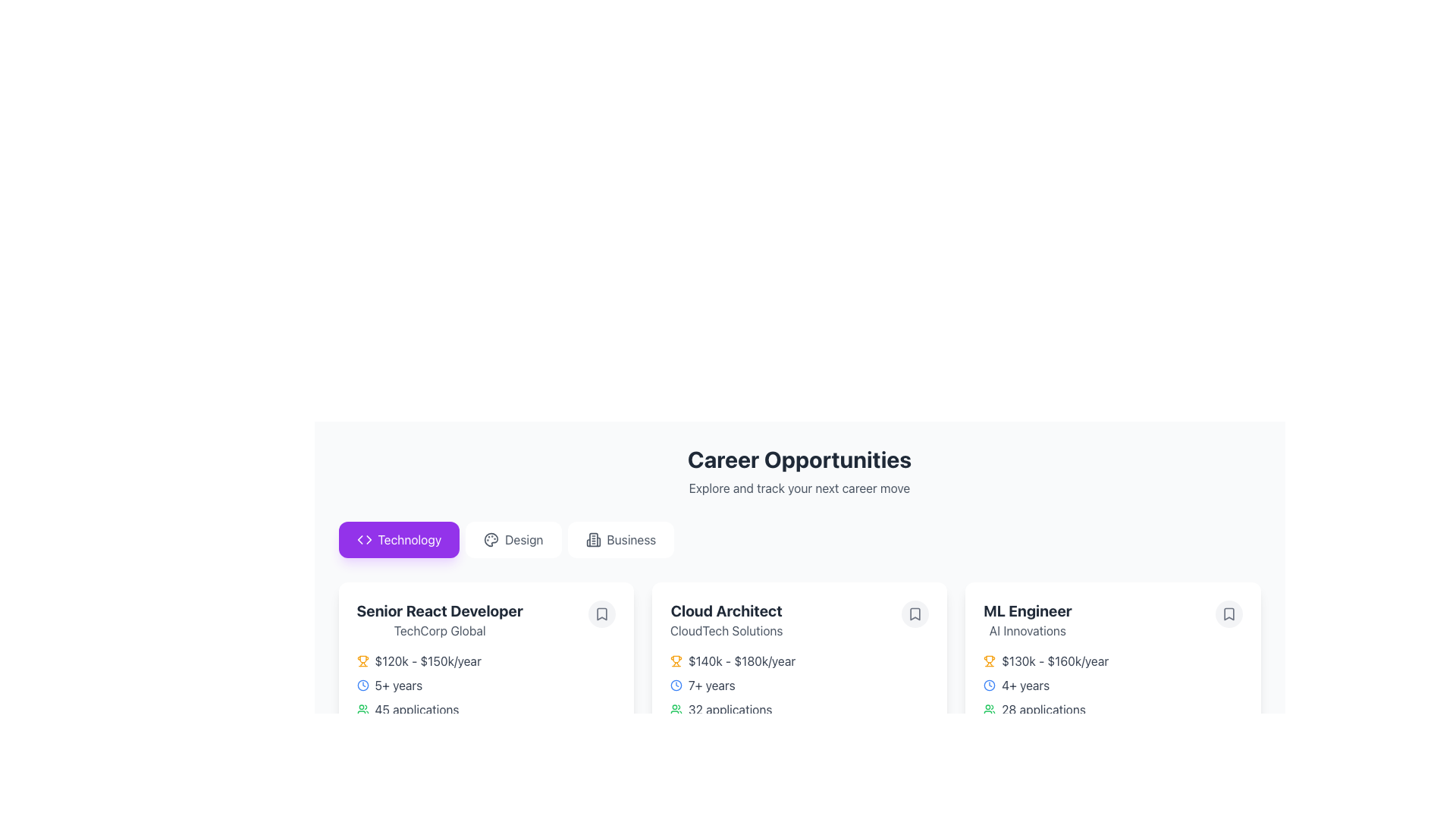 The width and height of the screenshot is (1456, 819). What do you see at coordinates (439, 620) in the screenshot?
I see `text from the job title and company information presented in the first job listing within the 'Technology' tab, located to the left of the circular bookmark button` at bounding box center [439, 620].